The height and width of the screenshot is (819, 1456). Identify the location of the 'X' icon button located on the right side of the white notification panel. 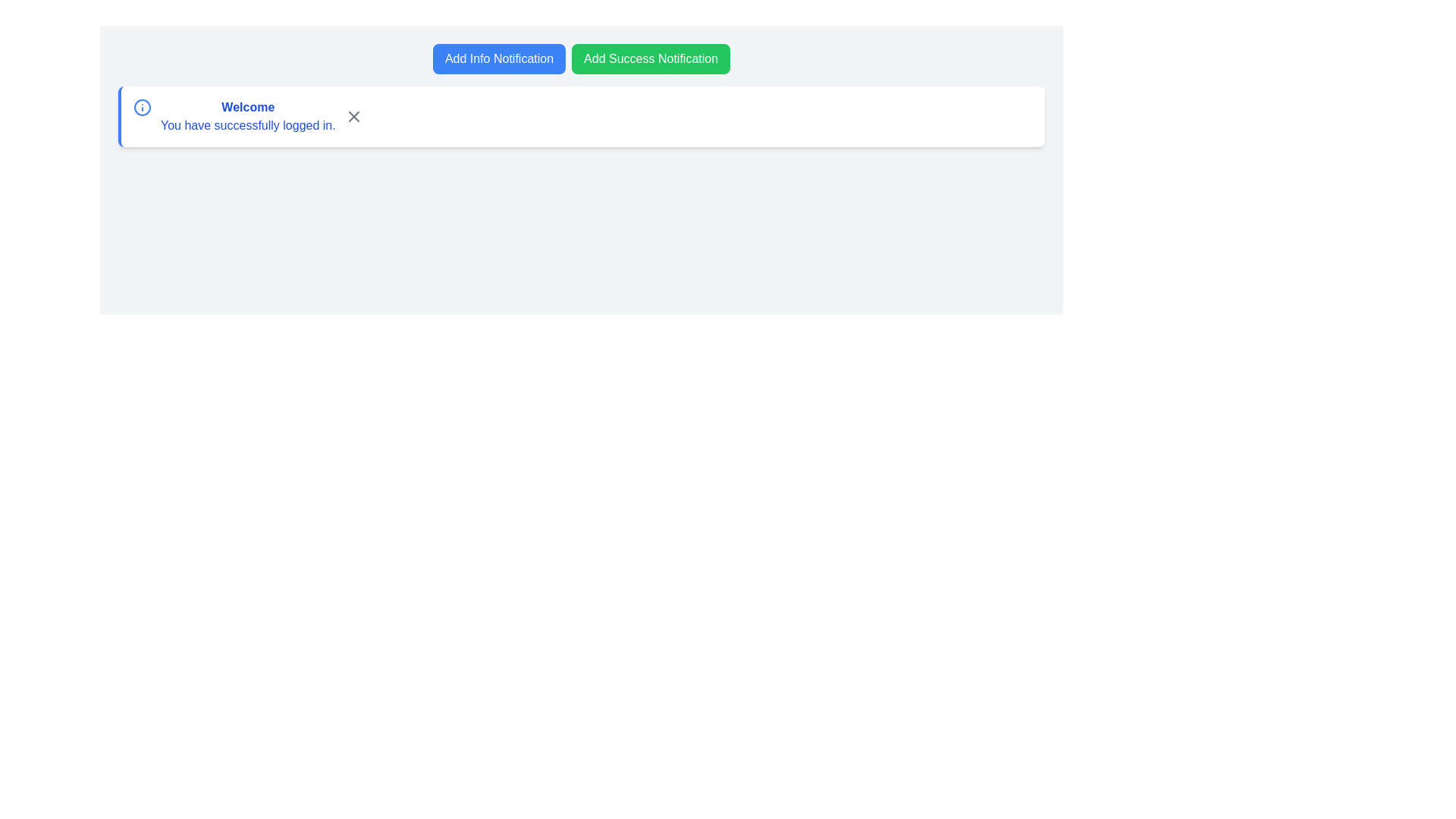
(353, 116).